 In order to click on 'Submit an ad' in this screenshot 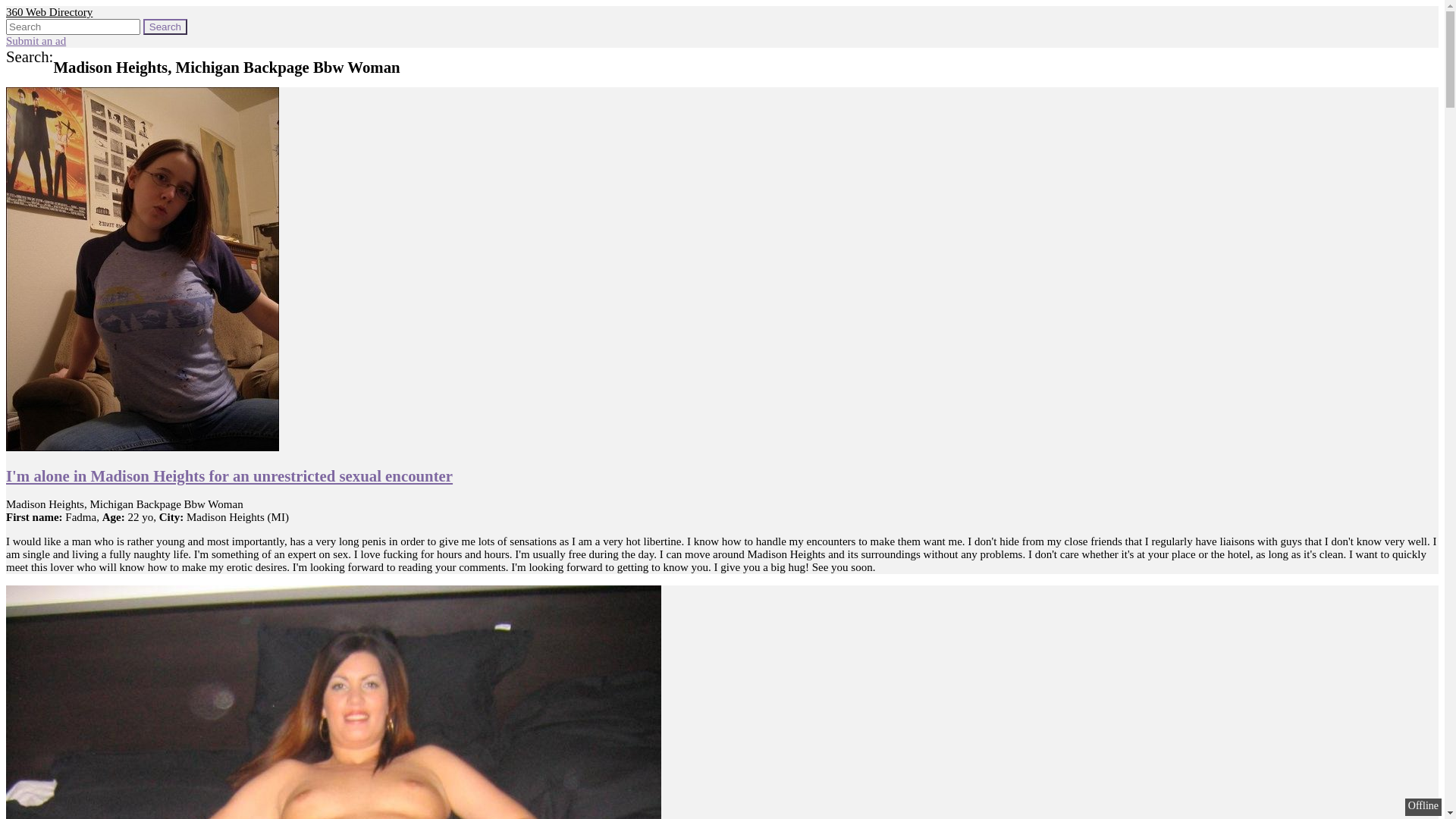, I will do `click(36, 40)`.